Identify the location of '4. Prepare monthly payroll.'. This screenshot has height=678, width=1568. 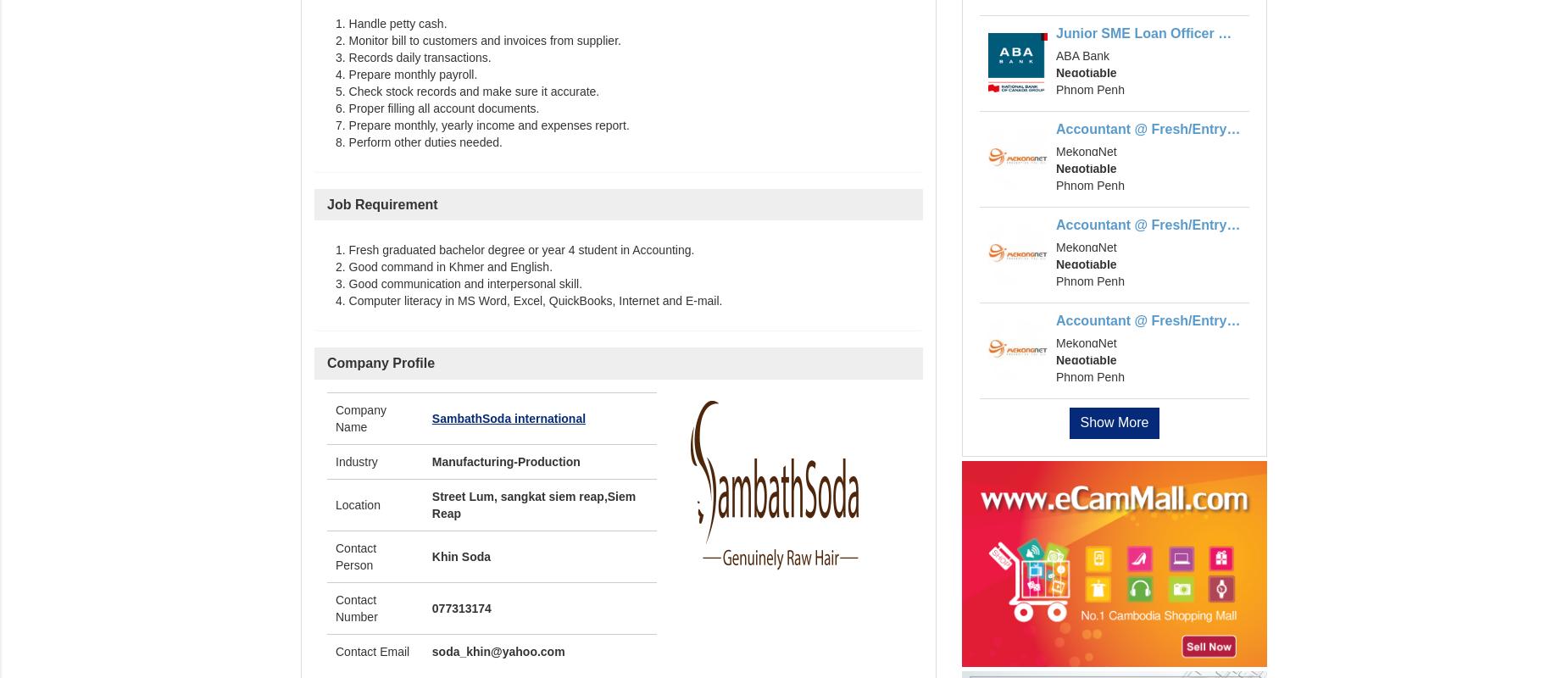
(406, 73).